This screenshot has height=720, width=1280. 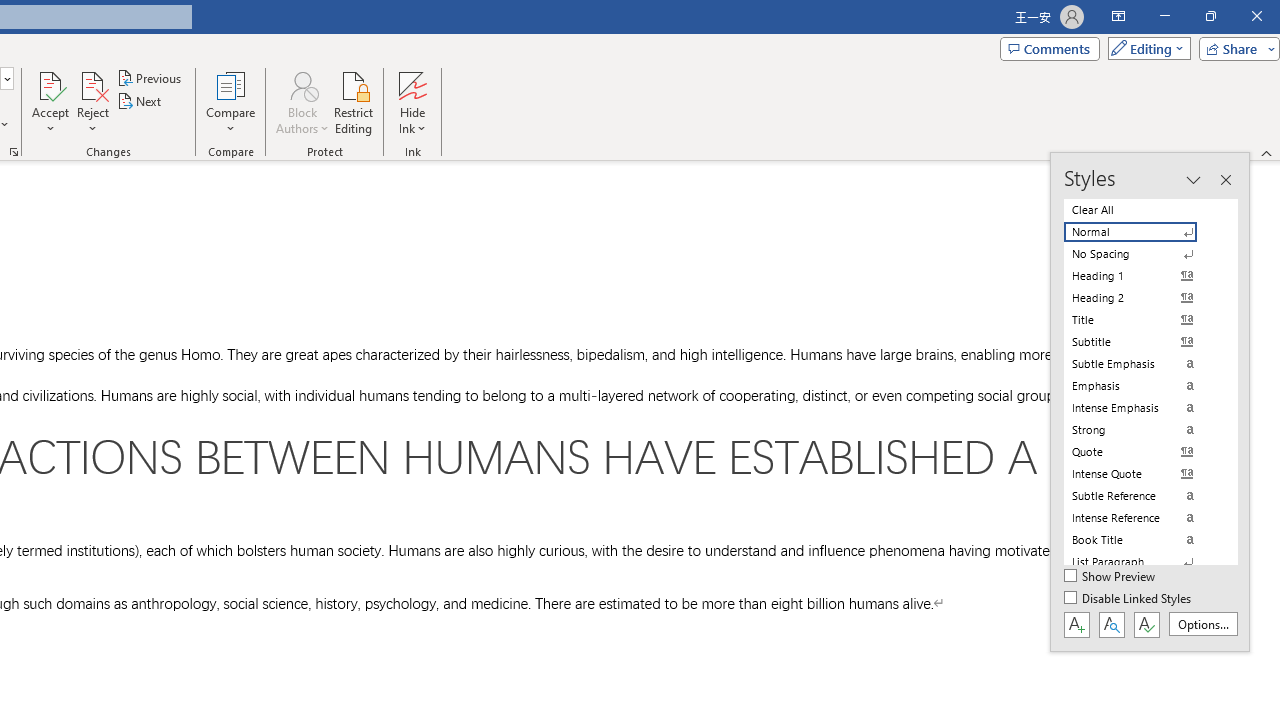 What do you see at coordinates (1142, 540) in the screenshot?
I see `'Book Title'` at bounding box center [1142, 540].